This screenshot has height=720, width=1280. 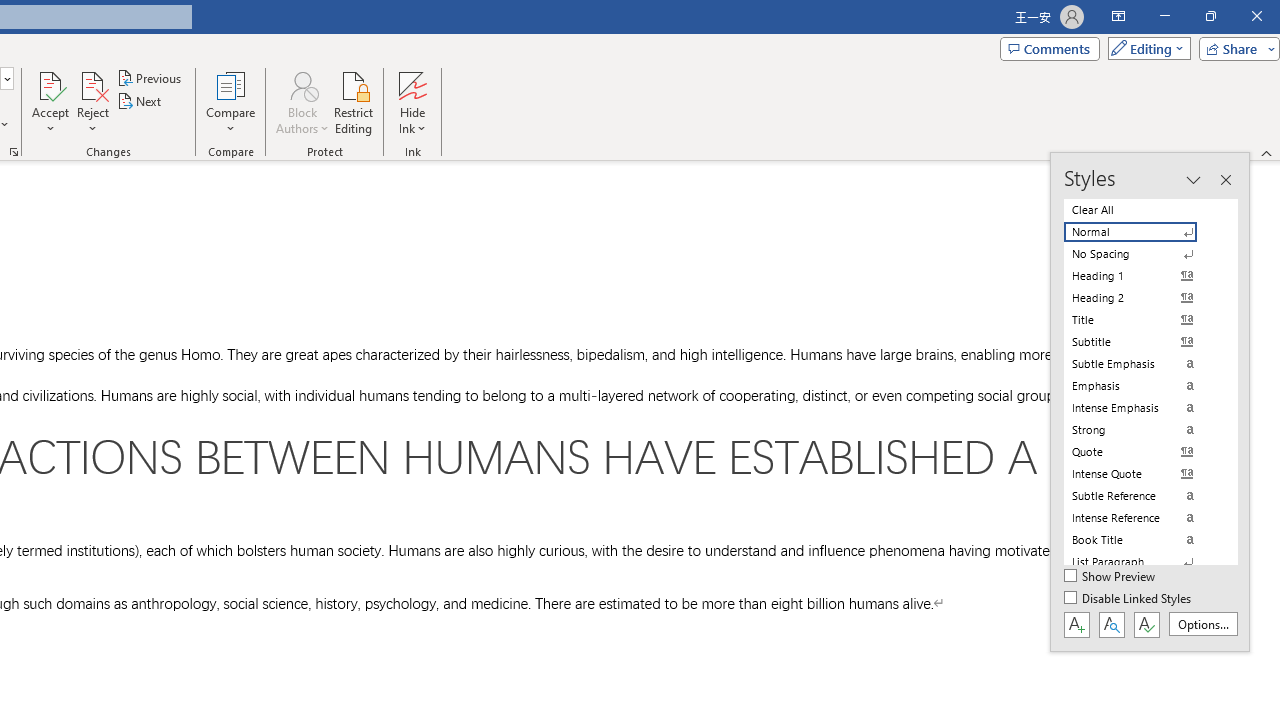 What do you see at coordinates (1142, 540) in the screenshot?
I see `'Book Title'` at bounding box center [1142, 540].